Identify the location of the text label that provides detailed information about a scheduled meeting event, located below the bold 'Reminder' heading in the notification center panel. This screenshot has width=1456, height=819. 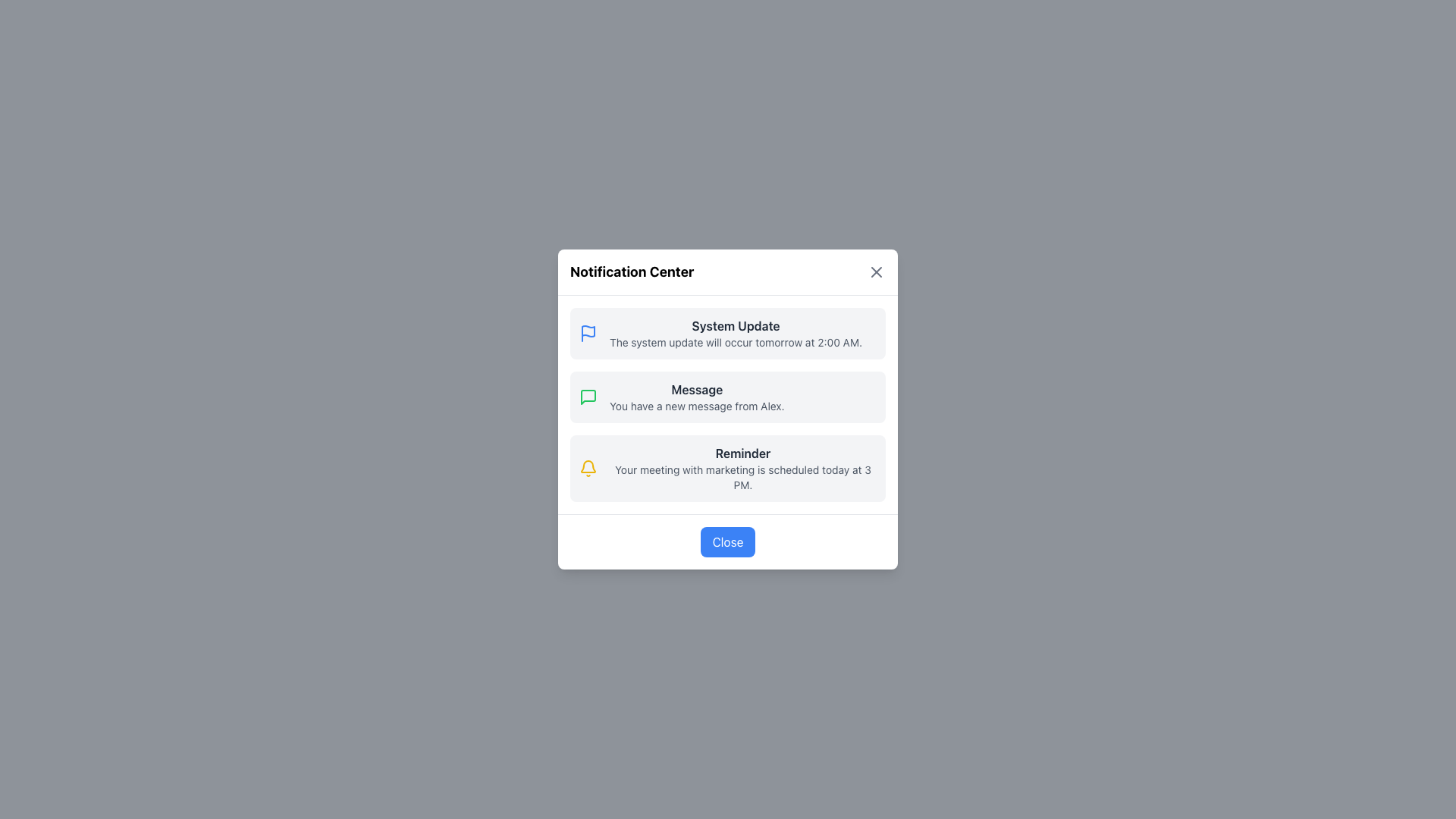
(742, 476).